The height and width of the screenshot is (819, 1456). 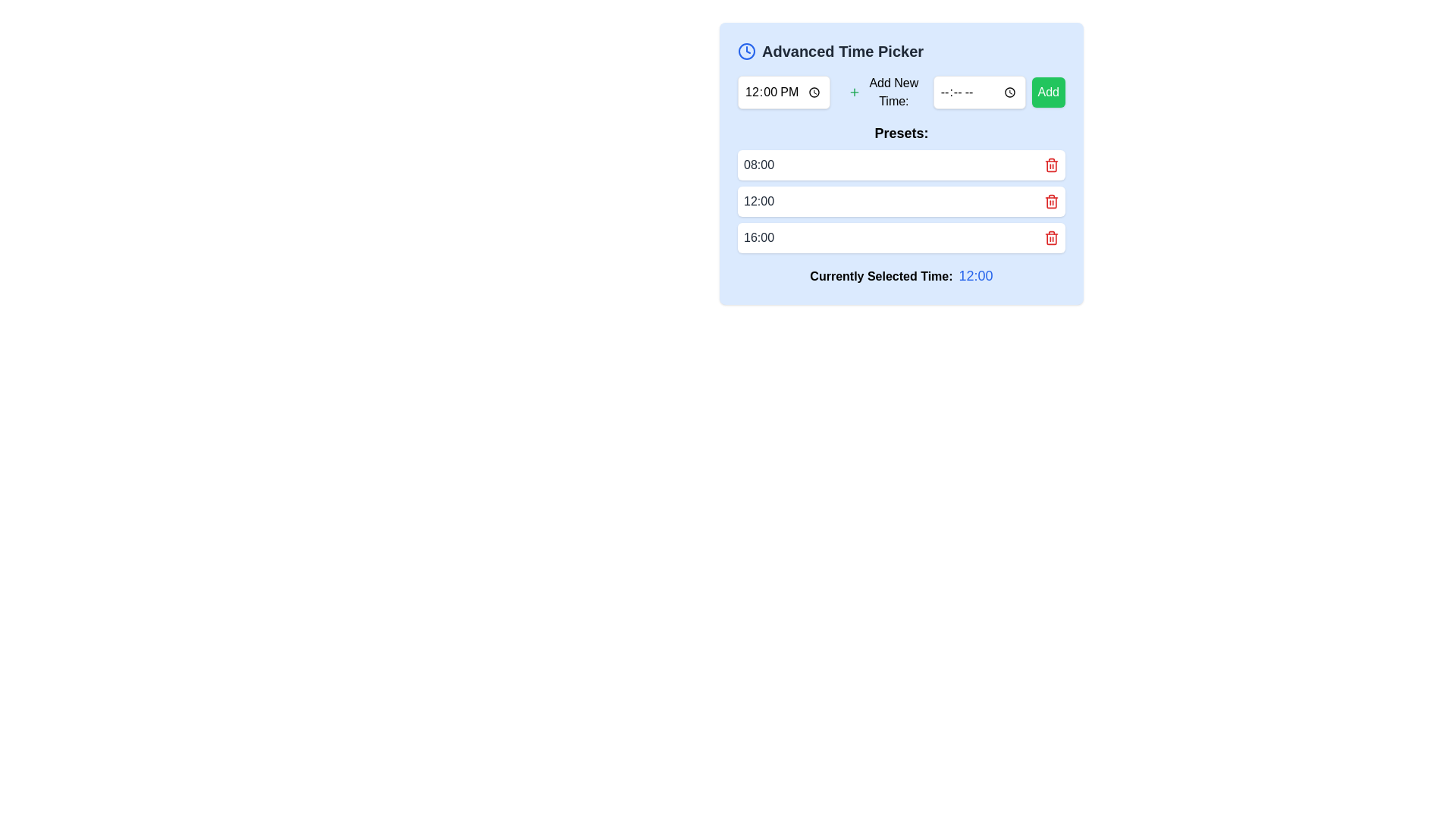 I want to click on the trash can icon button located in the 'Presets' section, so click(x=1051, y=201).